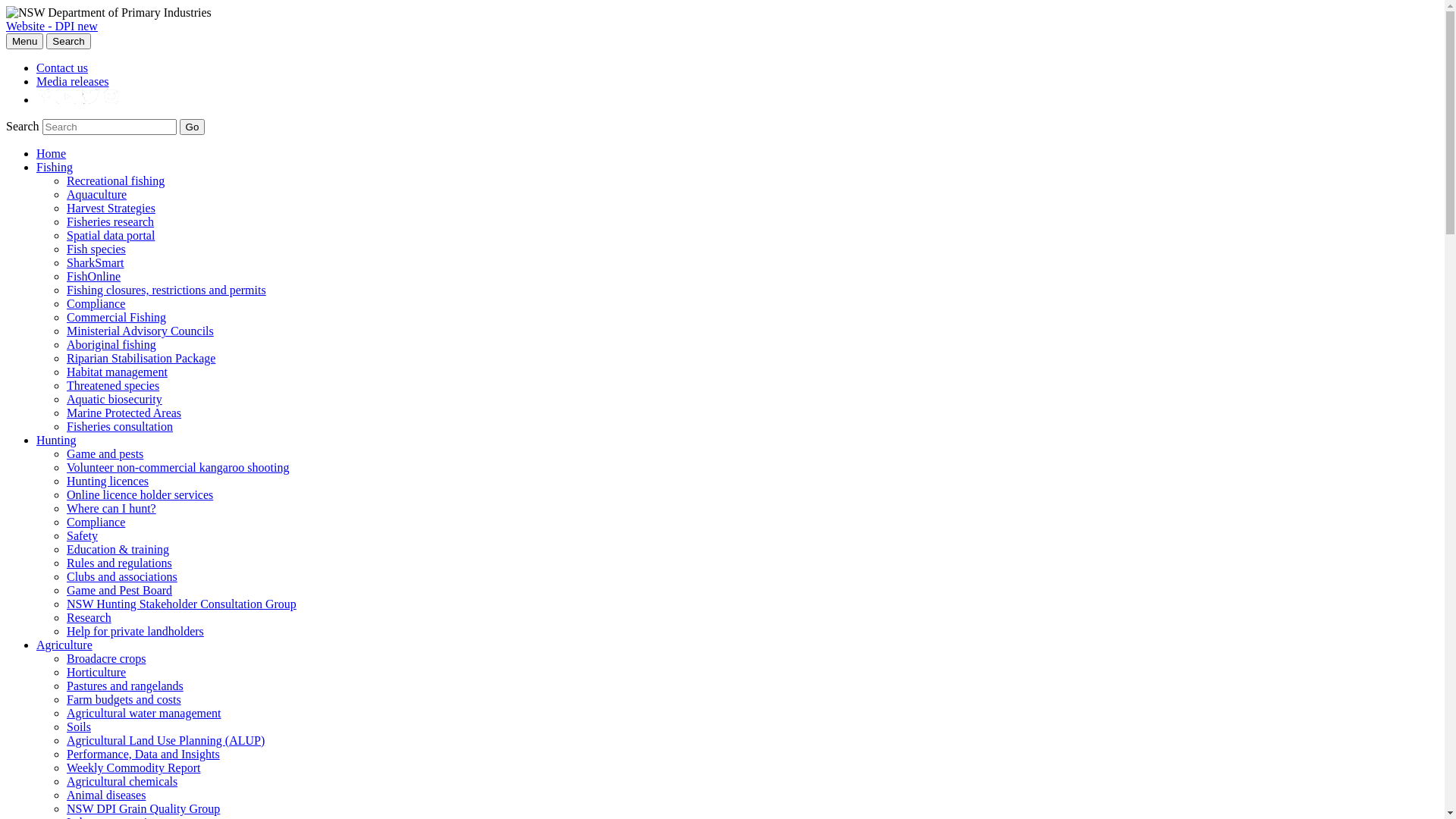 The image size is (1456, 819). What do you see at coordinates (24, 40) in the screenshot?
I see `'Menu'` at bounding box center [24, 40].